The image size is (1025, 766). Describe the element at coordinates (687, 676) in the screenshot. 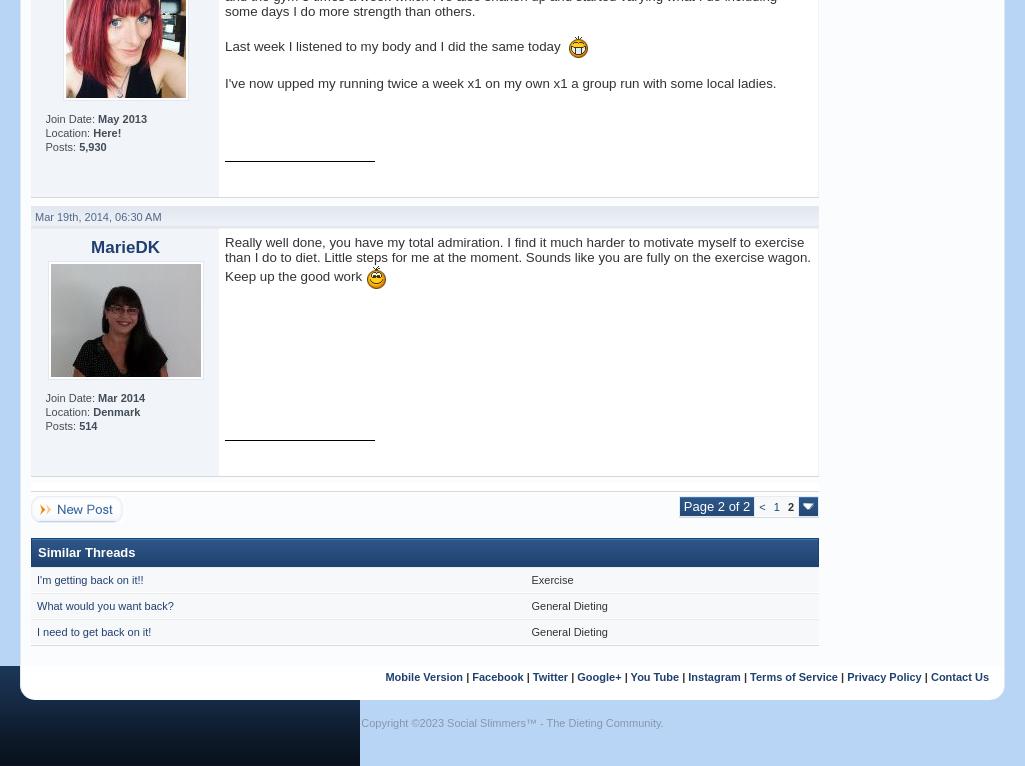

I see `'Instagram'` at that location.